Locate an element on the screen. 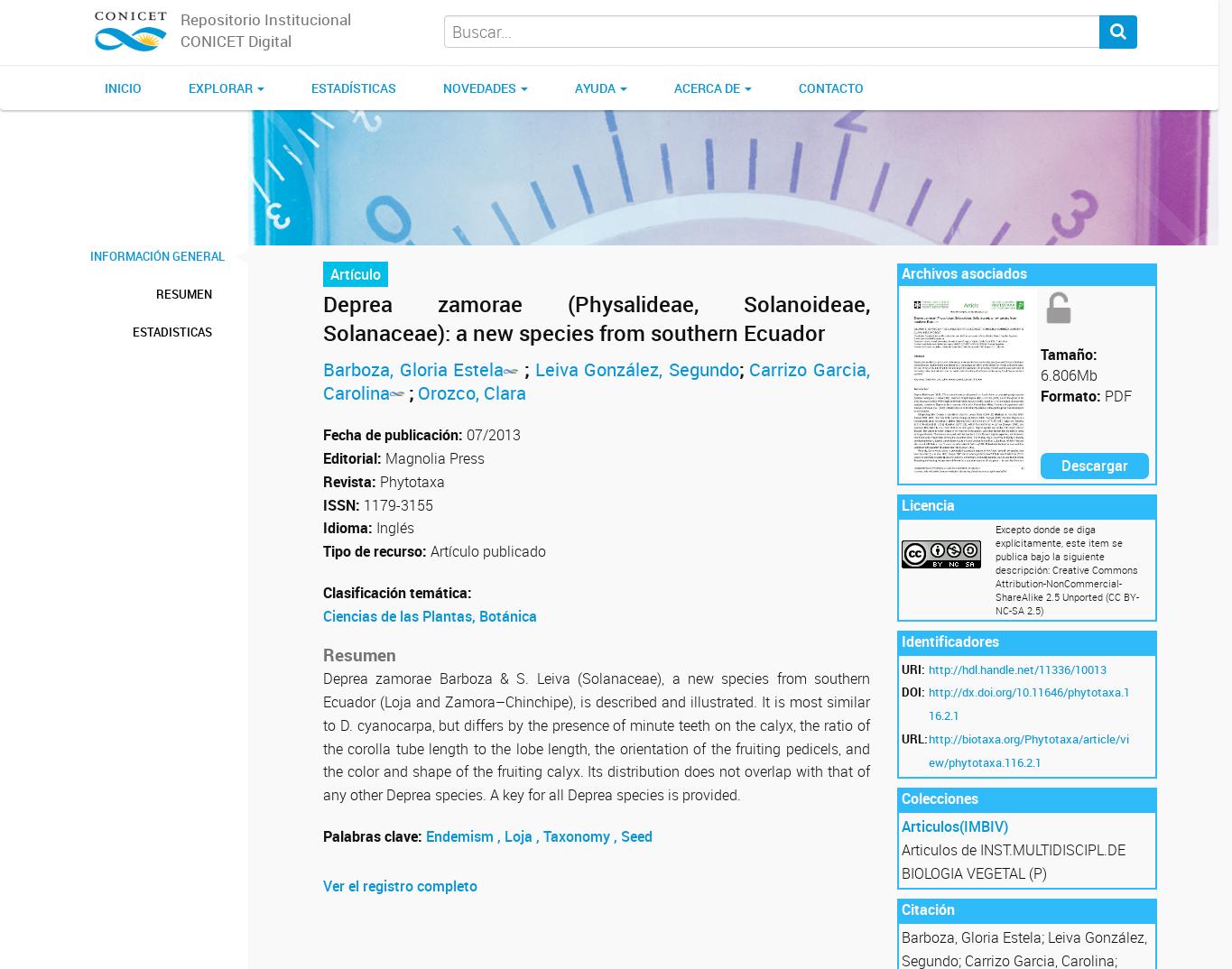 This screenshot has width=1232, height=969. 'INFORMACIÓN GENERAL' is located at coordinates (156, 255).